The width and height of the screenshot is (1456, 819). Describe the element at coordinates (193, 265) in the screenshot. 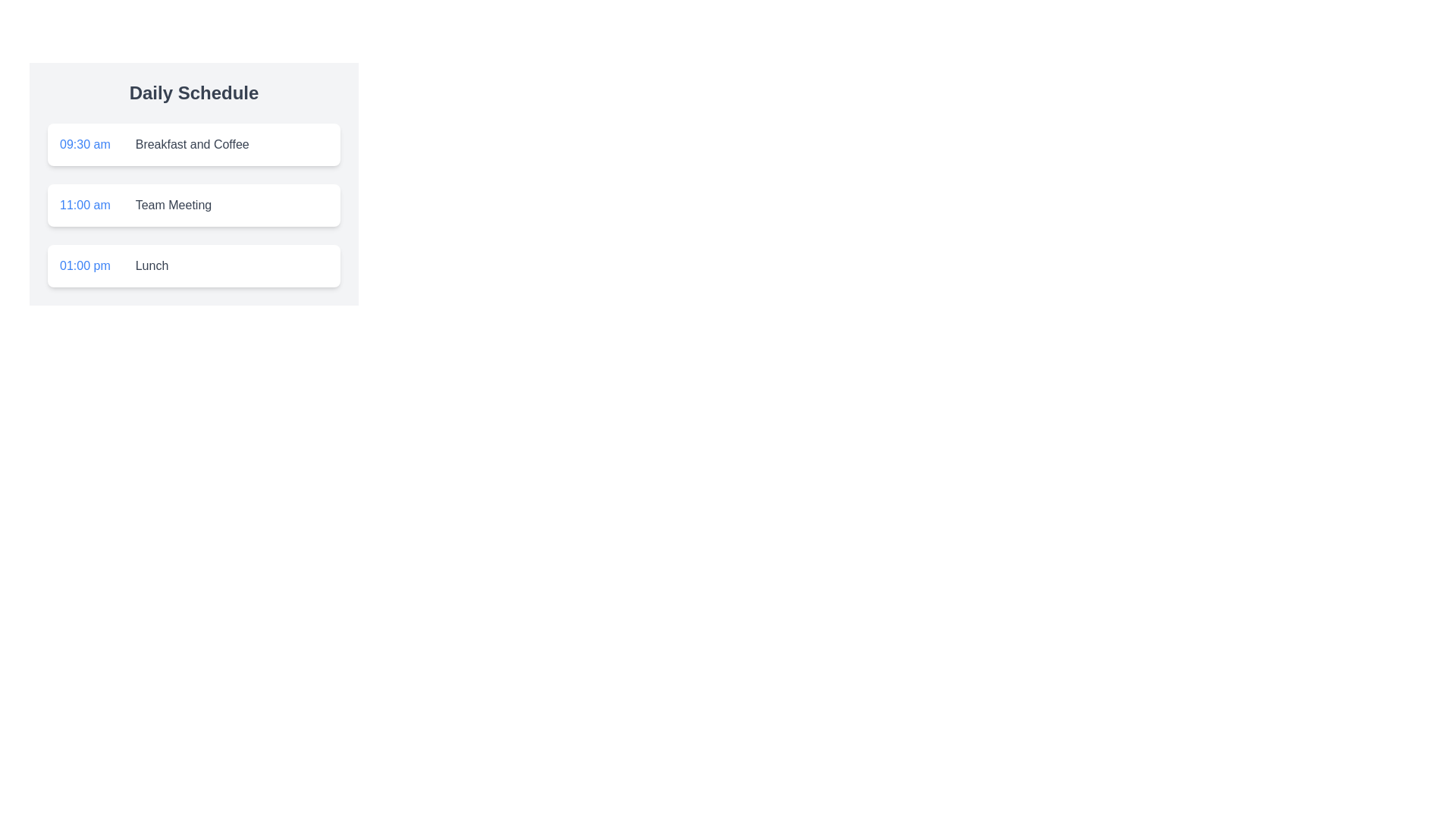

I see `the third list item in the Daily Schedule, which displays the time '01:00 pm' in blue and the description 'Lunch' in gray` at that location.